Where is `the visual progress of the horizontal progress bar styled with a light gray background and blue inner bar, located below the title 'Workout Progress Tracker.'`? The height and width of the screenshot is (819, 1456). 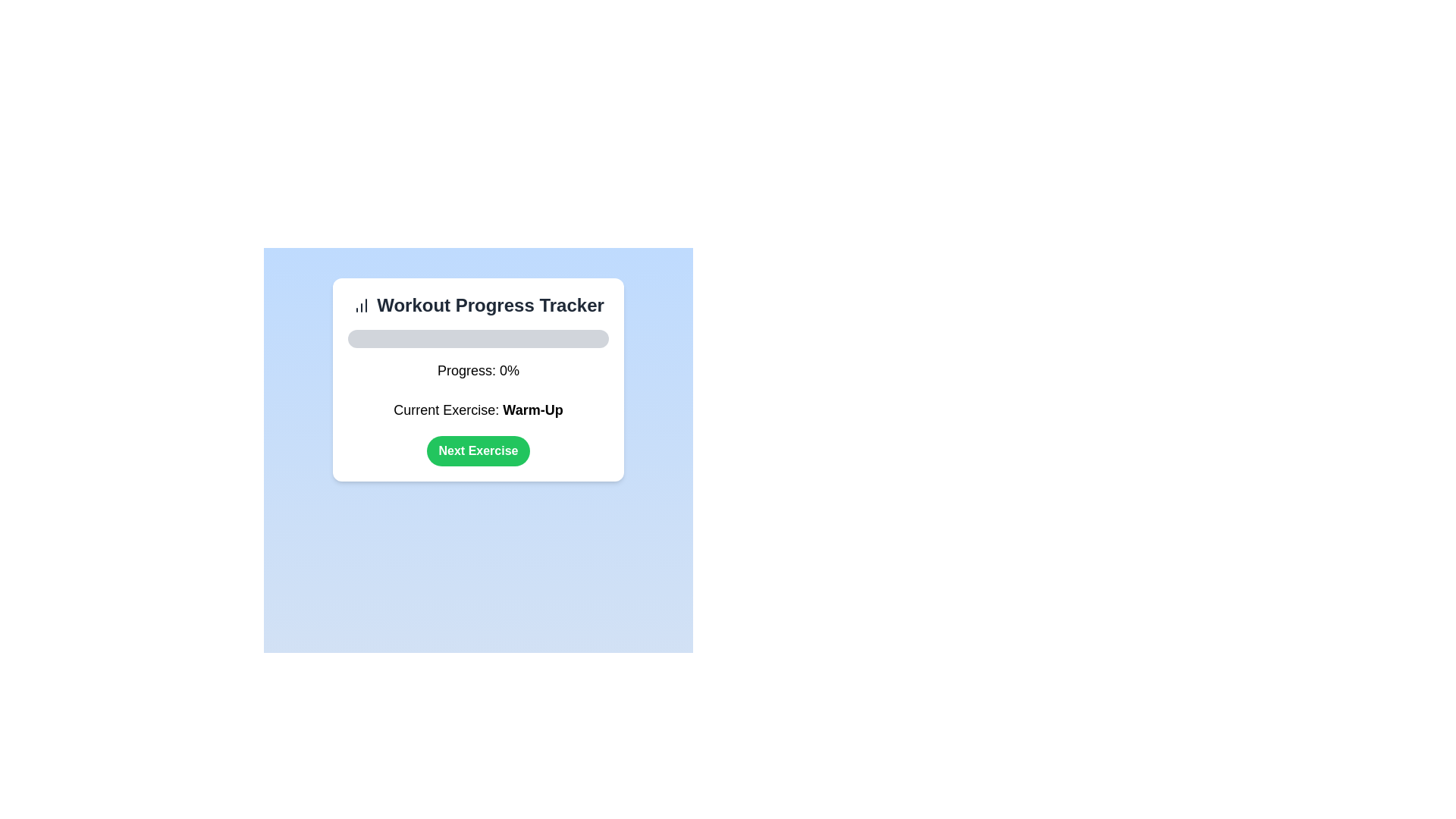 the visual progress of the horizontal progress bar styled with a light gray background and blue inner bar, located below the title 'Workout Progress Tracker.' is located at coordinates (477, 338).